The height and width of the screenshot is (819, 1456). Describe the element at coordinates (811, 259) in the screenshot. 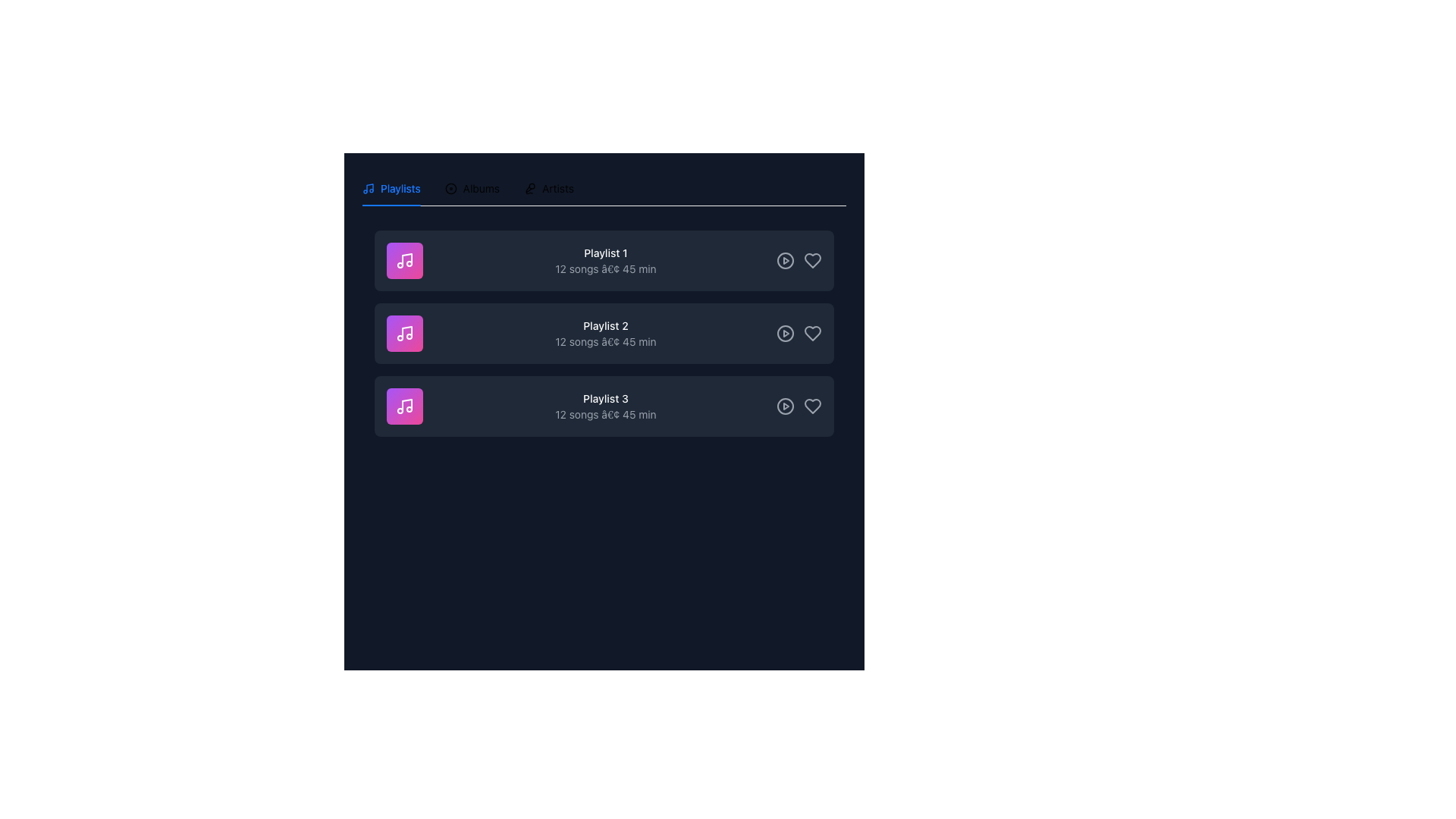

I see `the favorite button icon located on the far right of the playlist row` at that location.